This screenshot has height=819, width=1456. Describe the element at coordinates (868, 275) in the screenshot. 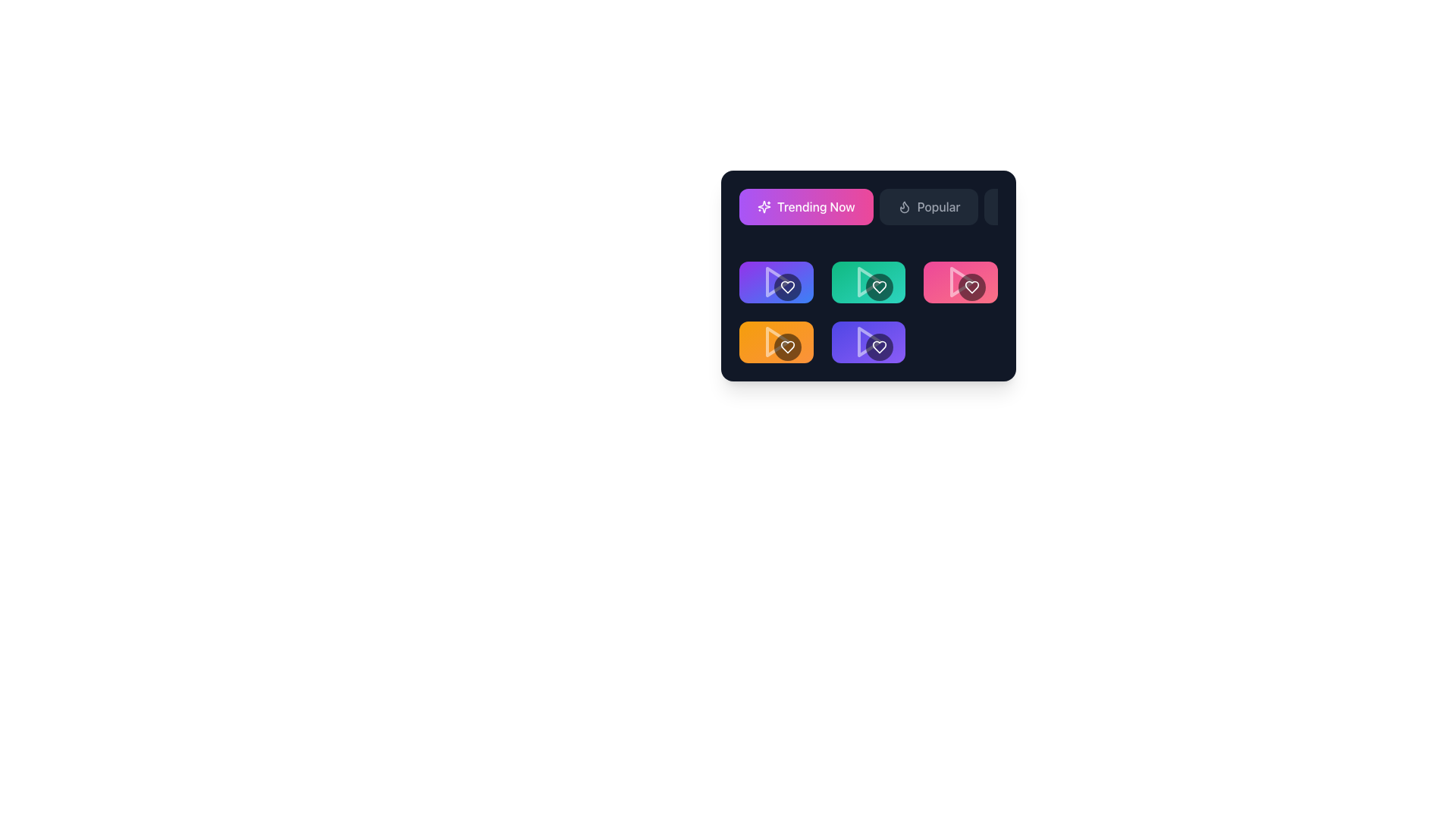

I see `the heart icon in the second row, middle column of the grid item to like or favorite the content` at that location.